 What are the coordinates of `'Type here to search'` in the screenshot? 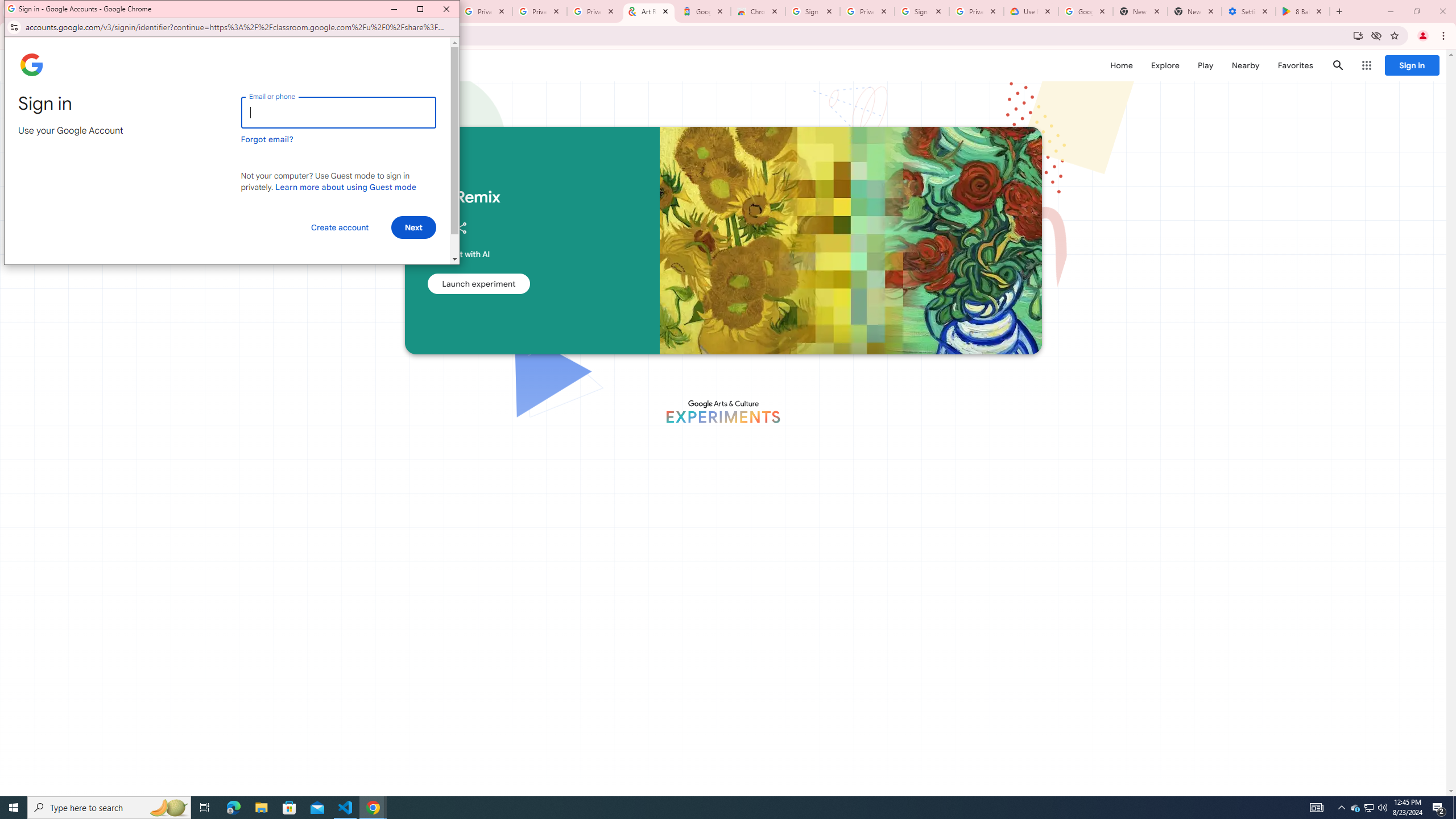 It's located at (109, 806).